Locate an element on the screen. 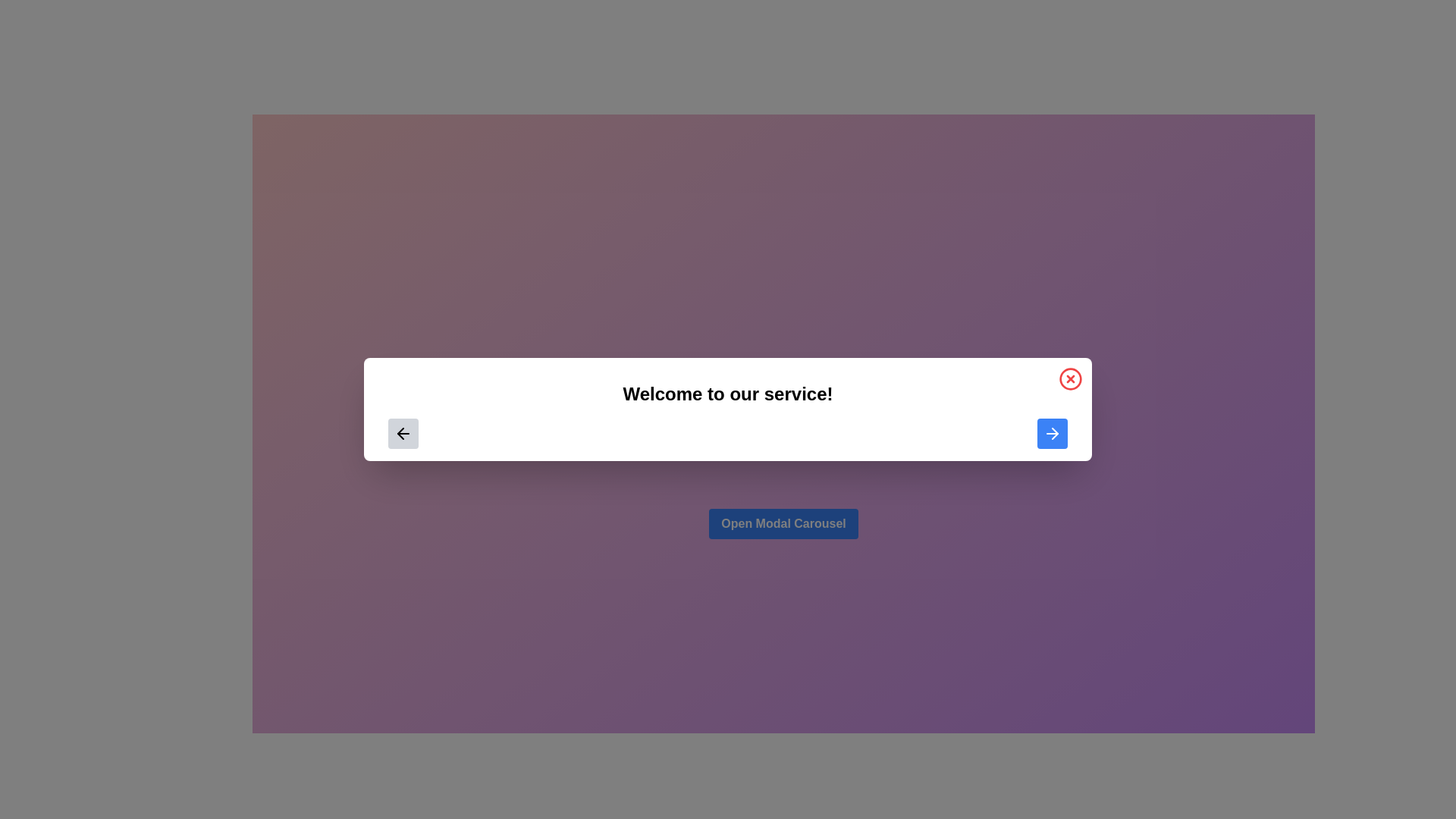 The height and width of the screenshot is (819, 1456). the static text element reading 'Welcome to our service!' which is styled in bold and large font and is centrally located below a circular icon button is located at coordinates (728, 394).